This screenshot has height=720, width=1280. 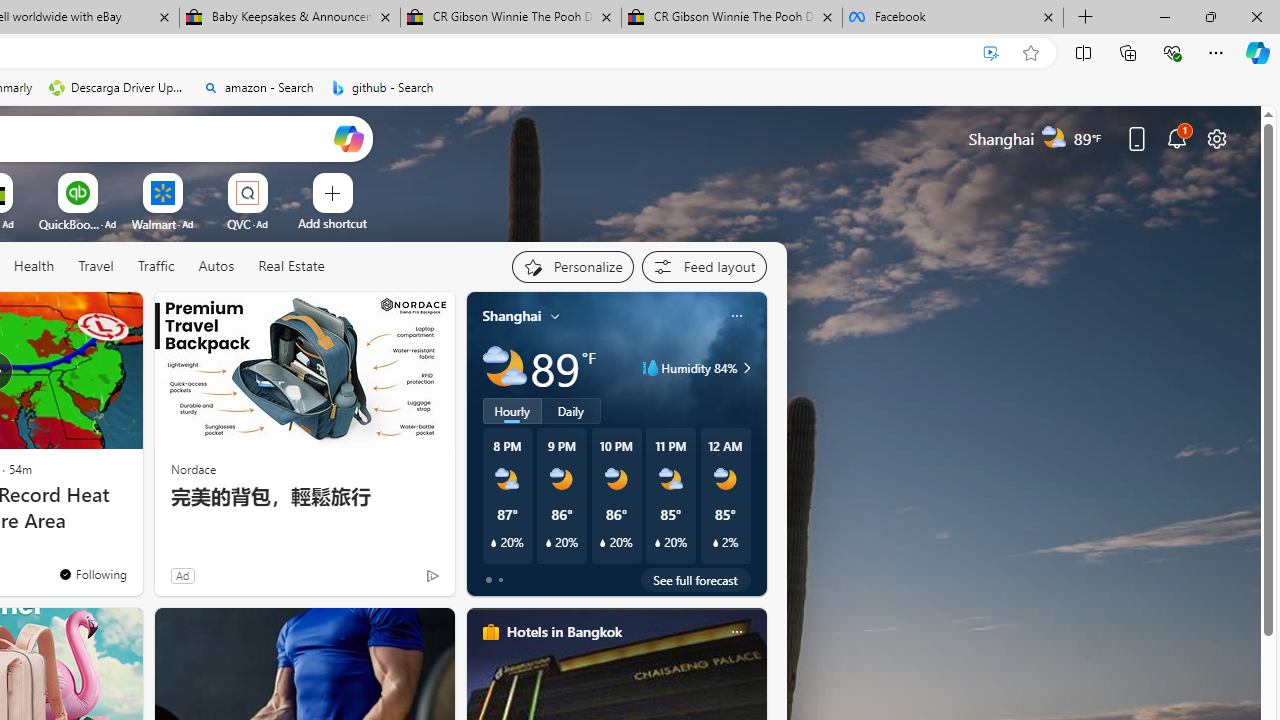 I want to click on 'Hourly', so click(x=512, y=410).